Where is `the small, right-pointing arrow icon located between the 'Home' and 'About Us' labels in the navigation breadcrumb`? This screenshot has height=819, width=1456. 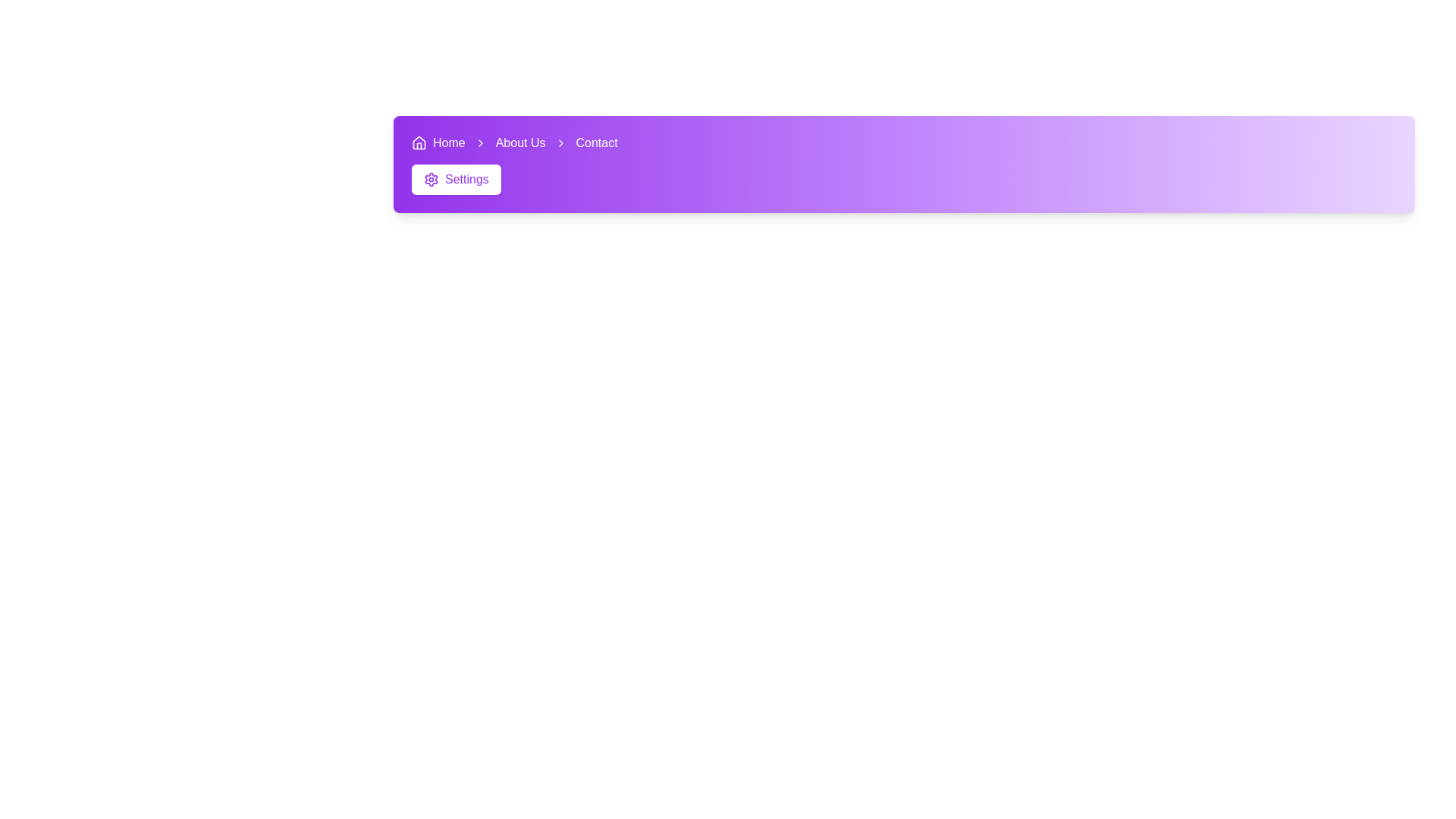 the small, right-pointing arrow icon located between the 'Home' and 'About Us' labels in the navigation breadcrumb is located at coordinates (479, 143).